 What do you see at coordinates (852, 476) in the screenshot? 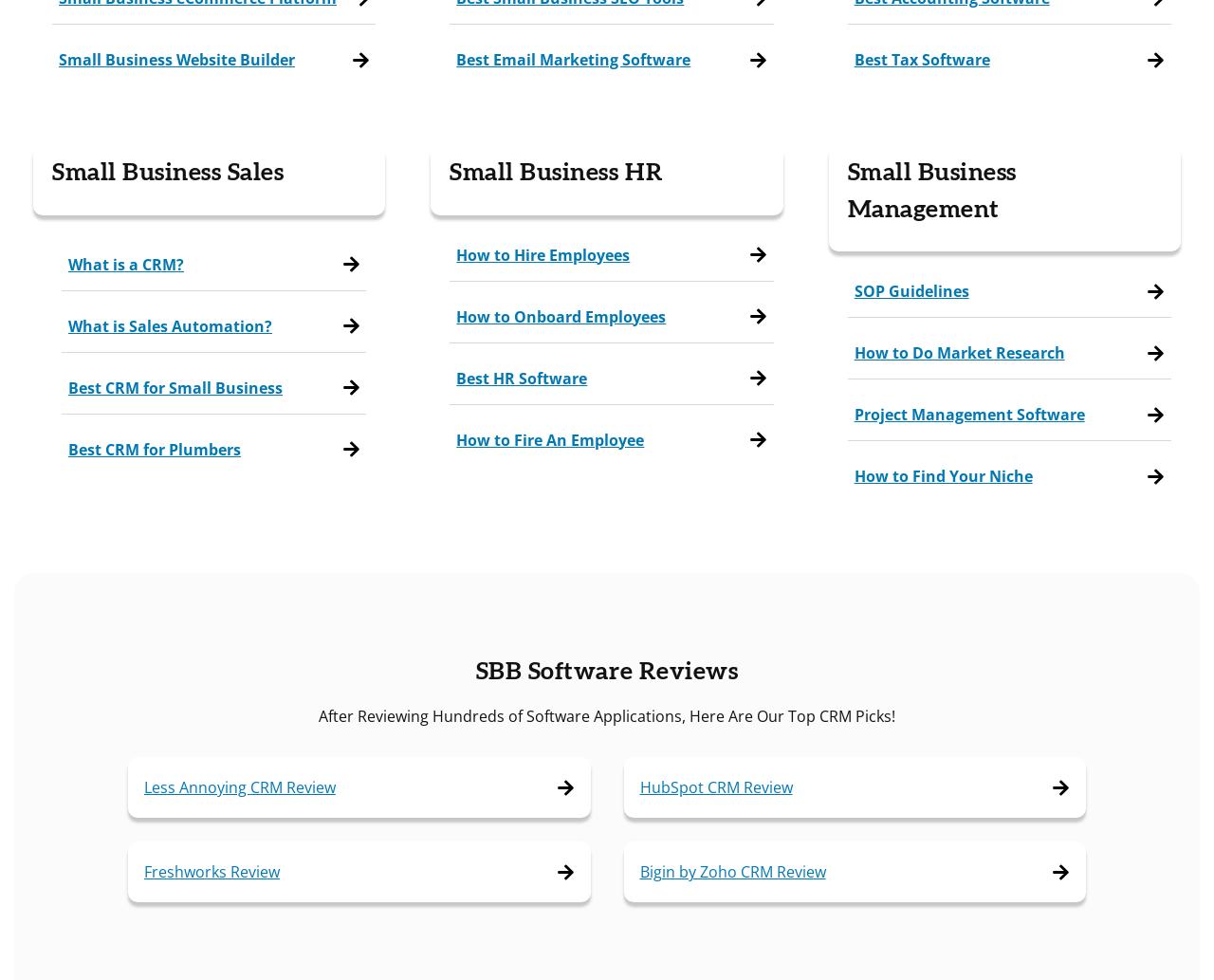
I see `'How to Find Your Niche'` at bounding box center [852, 476].